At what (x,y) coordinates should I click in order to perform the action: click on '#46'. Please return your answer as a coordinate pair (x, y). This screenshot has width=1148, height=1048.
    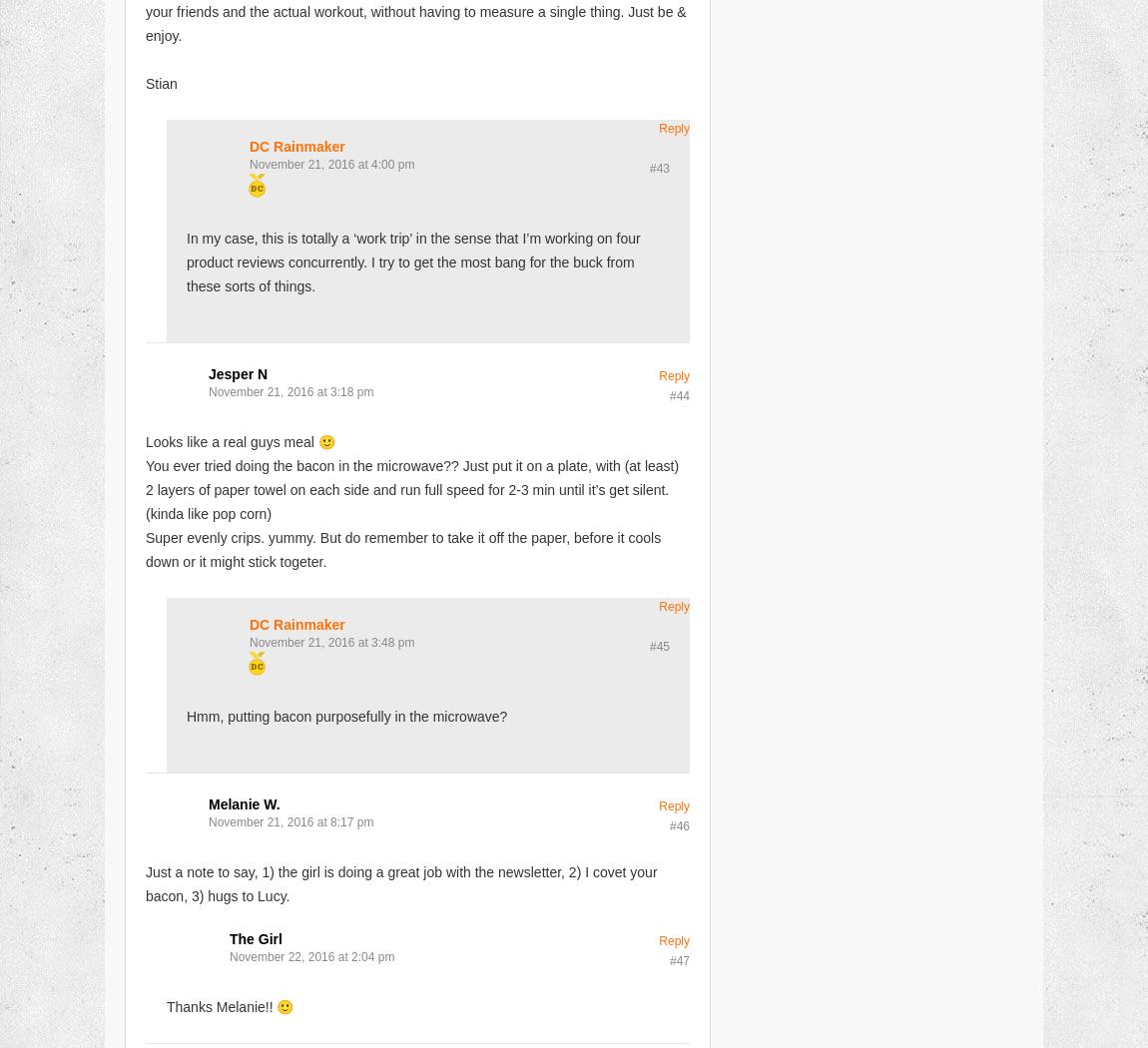
    Looking at the image, I should click on (678, 824).